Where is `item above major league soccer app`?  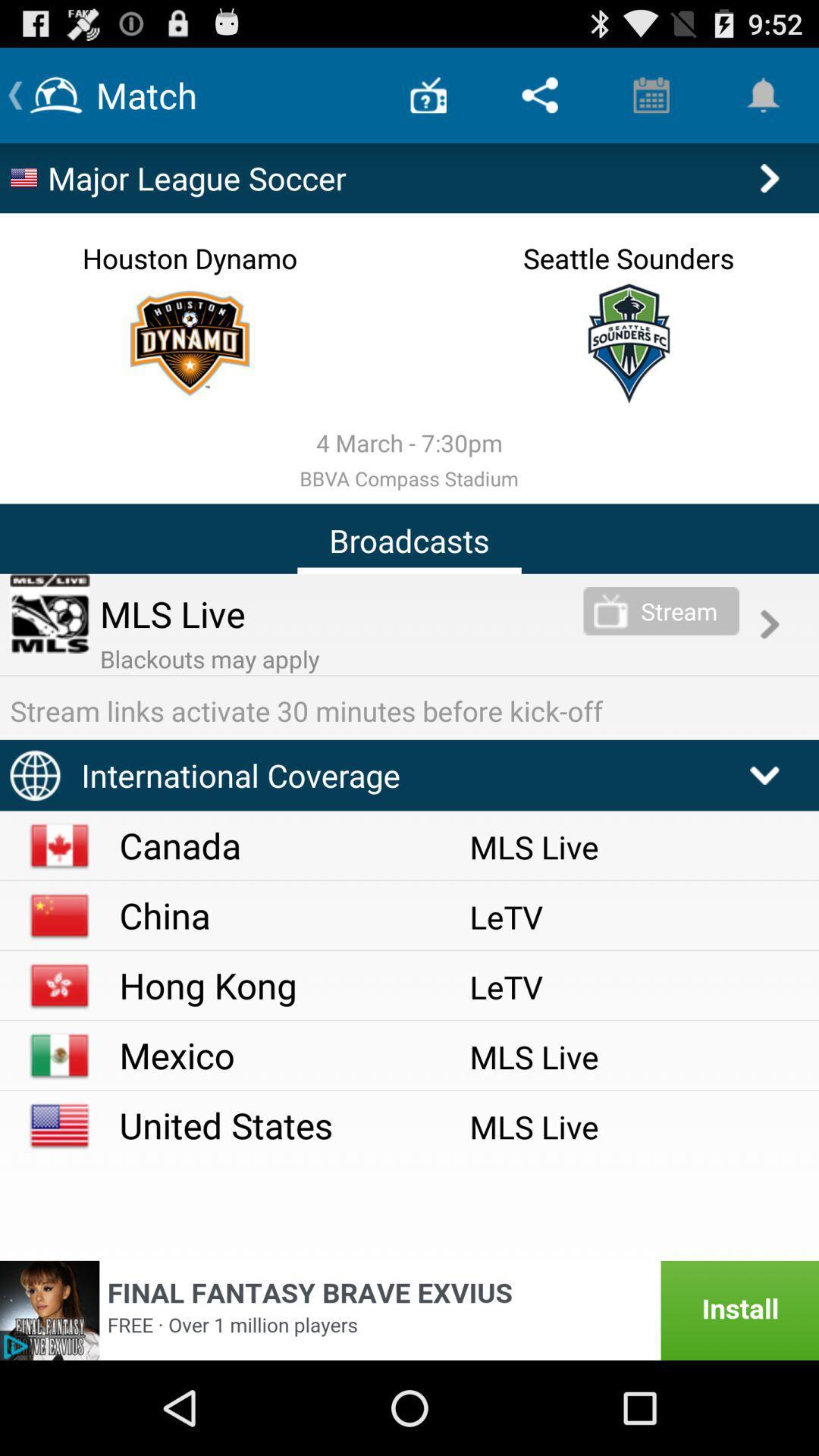
item above major league soccer app is located at coordinates (651, 94).